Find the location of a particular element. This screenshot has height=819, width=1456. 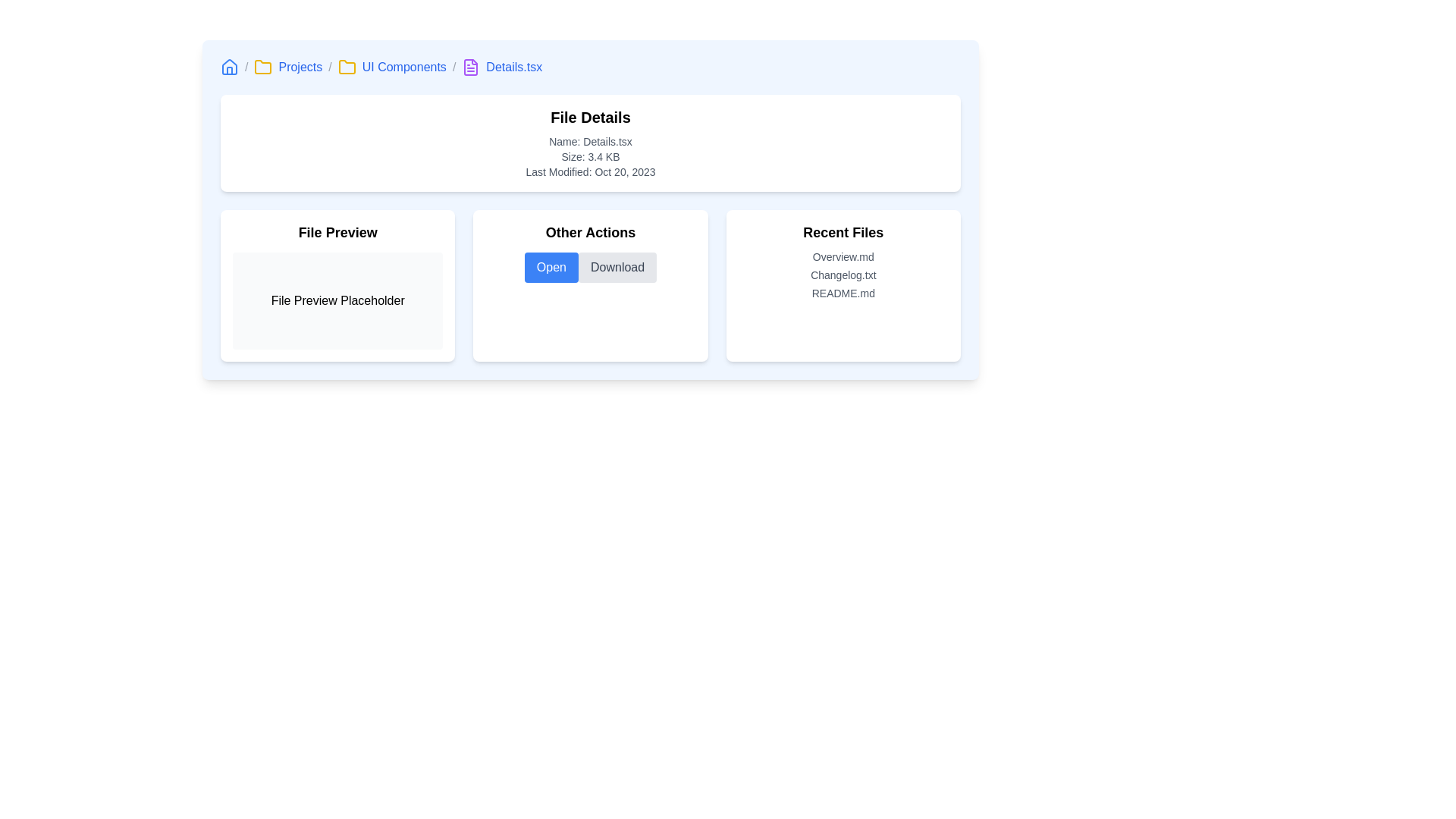

the text label displaying 'Details.tsx' within the breadcrumb navigation structure at the top-center of the interface is located at coordinates (514, 66).